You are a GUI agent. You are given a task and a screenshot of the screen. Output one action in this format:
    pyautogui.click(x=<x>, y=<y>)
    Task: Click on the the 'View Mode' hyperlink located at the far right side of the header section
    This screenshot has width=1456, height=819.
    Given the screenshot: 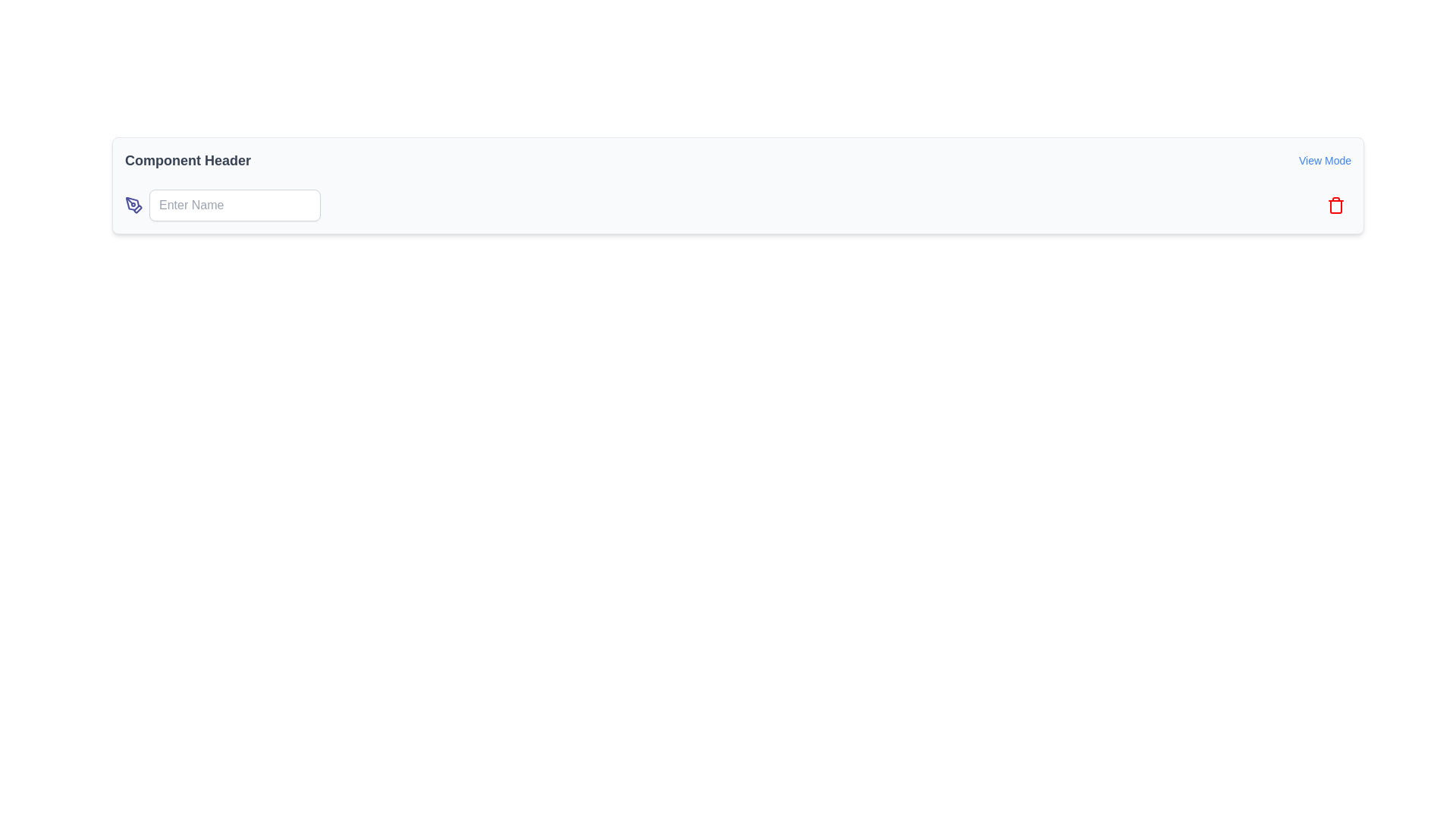 What is the action you would take?
    pyautogui.click(x=1324, y=161)
    